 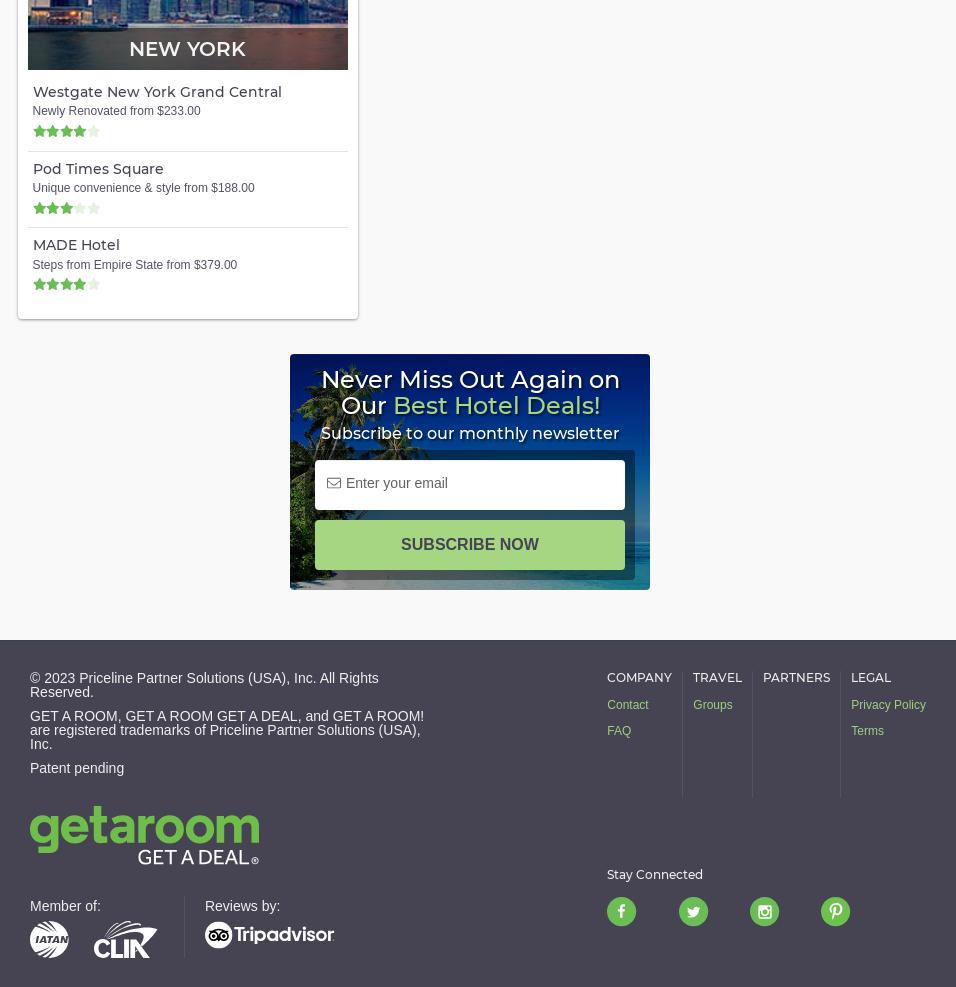 What do you see at coordinates (114, 111) in the screenshot?
I see `'Newly Renovated from $233.00'` at bounding box center [114, 111].